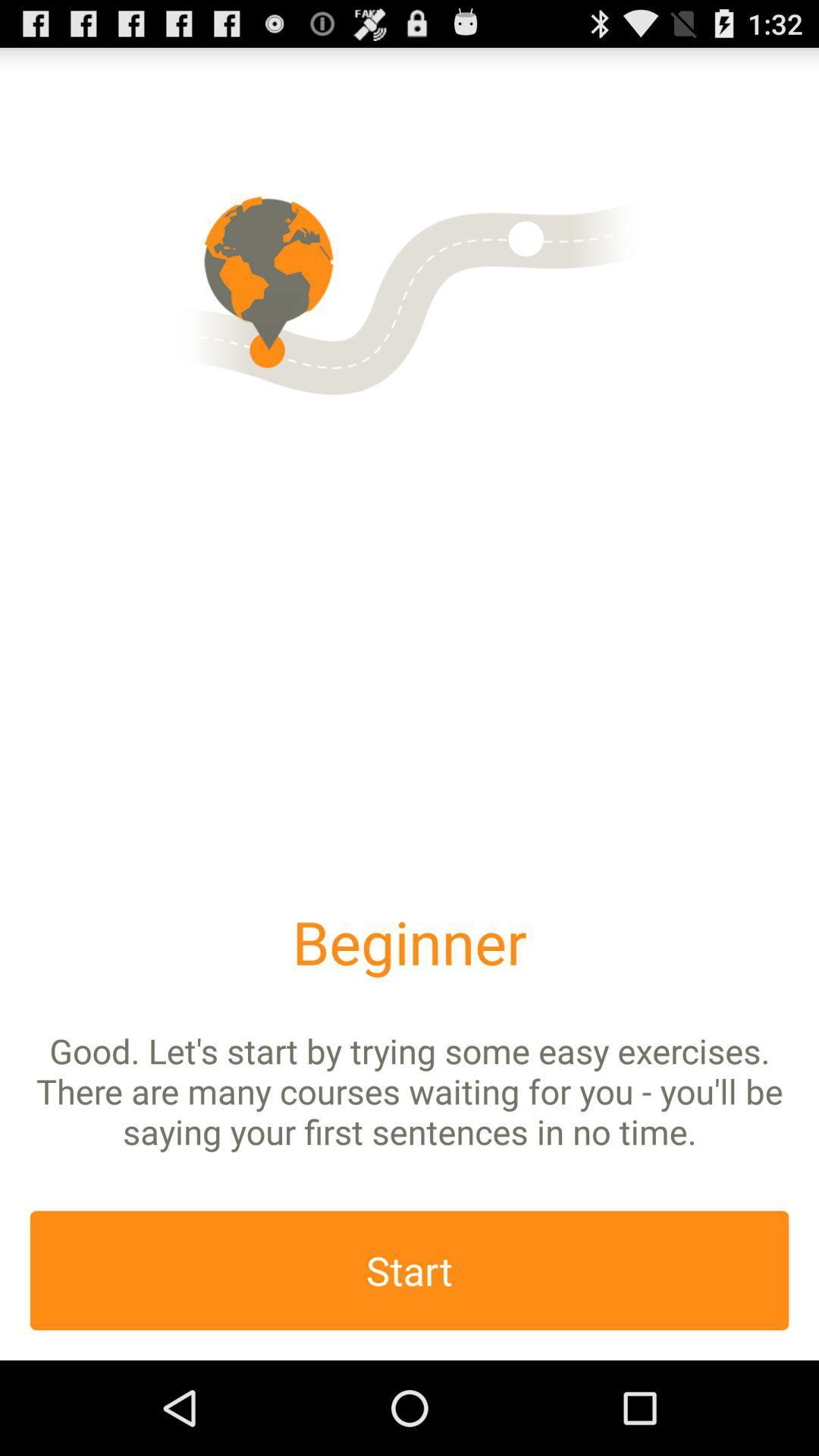 This screenshot has width=819, height=1456. Describe the element at coordinates (266, 349) in the screenshot. I see `orange dot below globe icon` at that location.